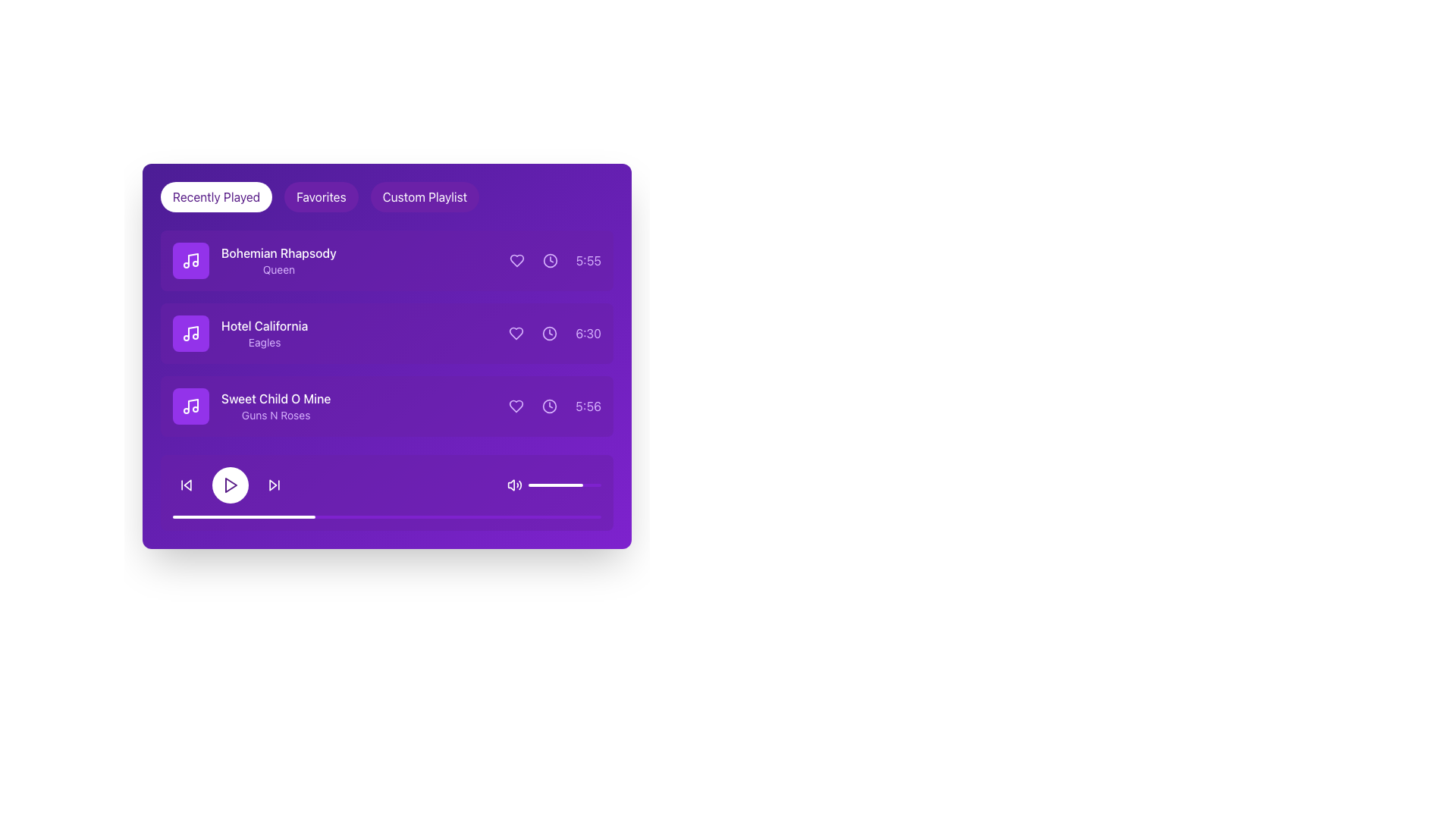 Image resolution: width=1456 pixels, height=819 pixels. Describe the element at coordinates (595, 485) in the screenshot. I see `the volume level` at that location.